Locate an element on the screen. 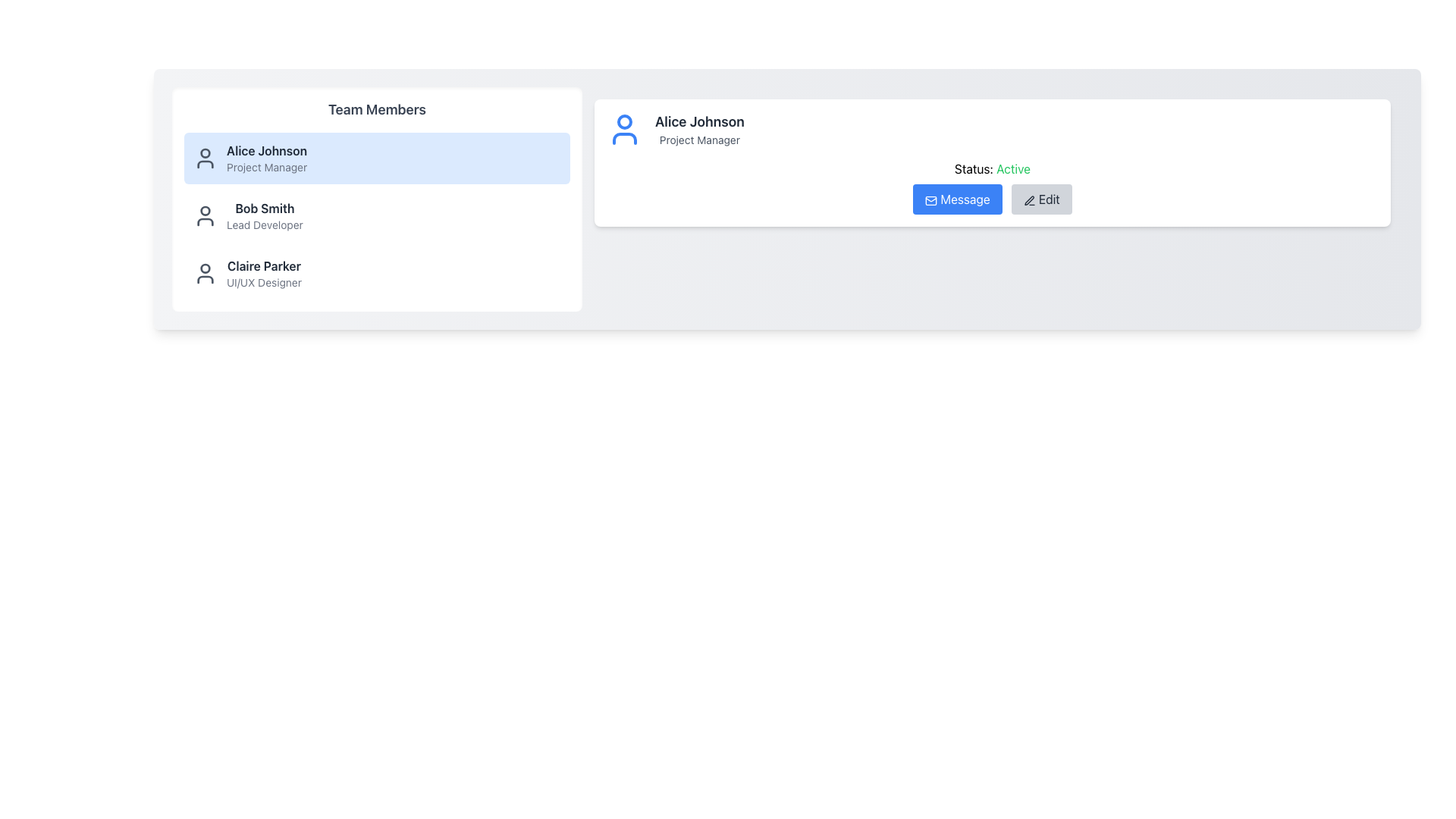 The image size is (1456, 819). the small circular shape that represents the head of the user figure icon, located near the top left corner of the icon adjacent to the text 'Alice Johnson' is located at coordinates (204, 152).